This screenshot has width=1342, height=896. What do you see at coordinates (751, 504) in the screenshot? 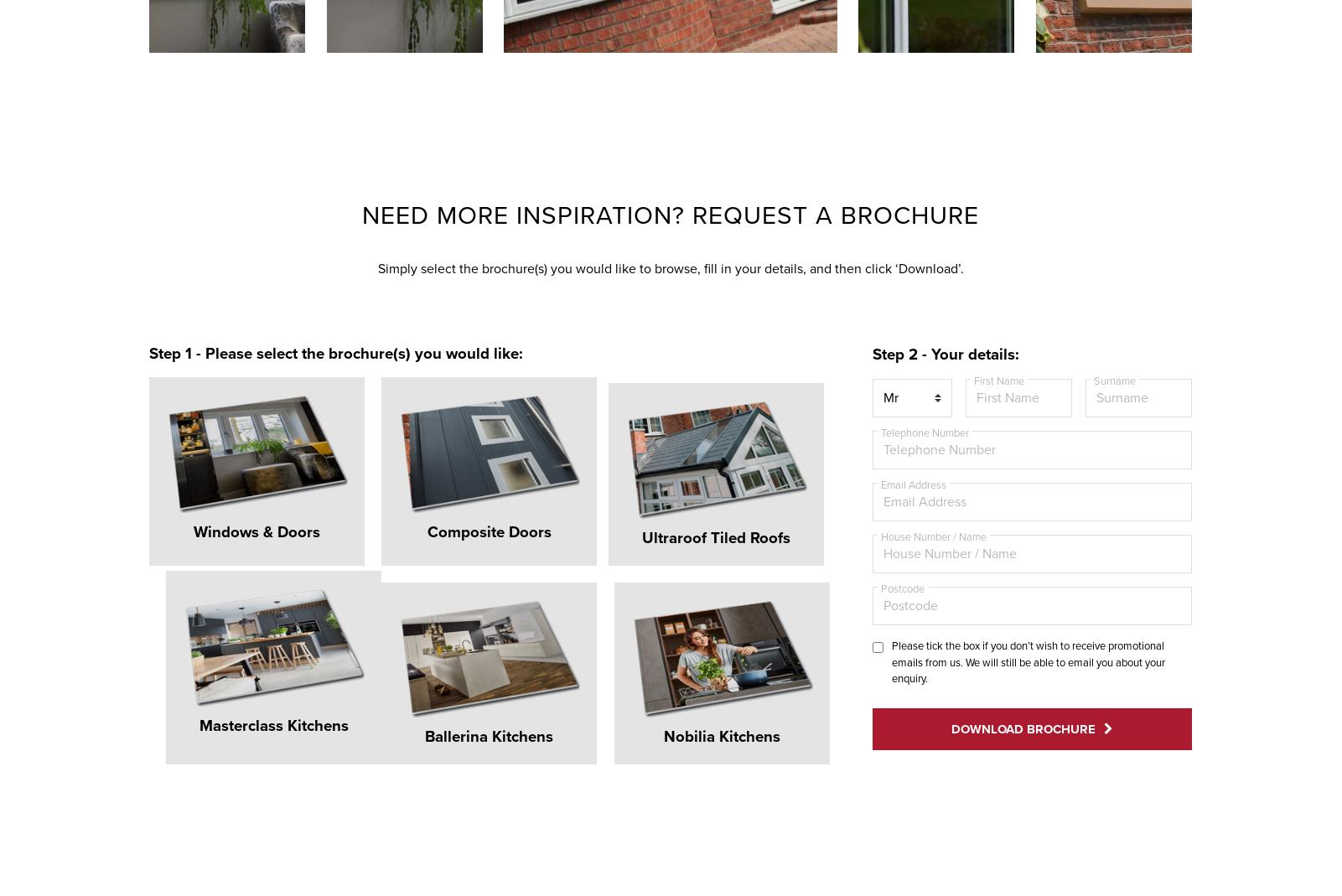
I see `'Masterclass Kitchens'` at bounding box center [751, 504].